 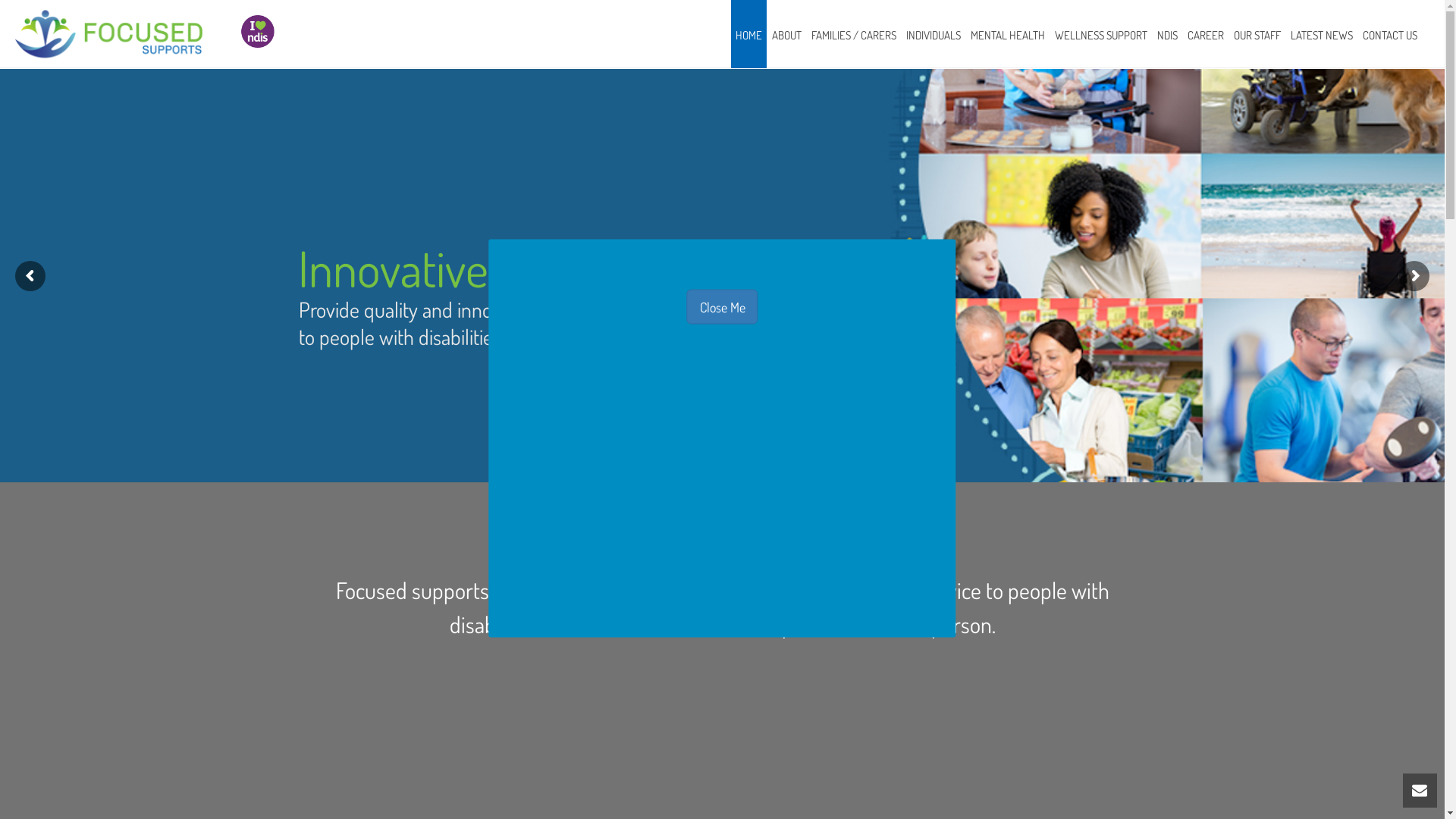 I want to click on 'CAREER', so click(x=1204, y=34).